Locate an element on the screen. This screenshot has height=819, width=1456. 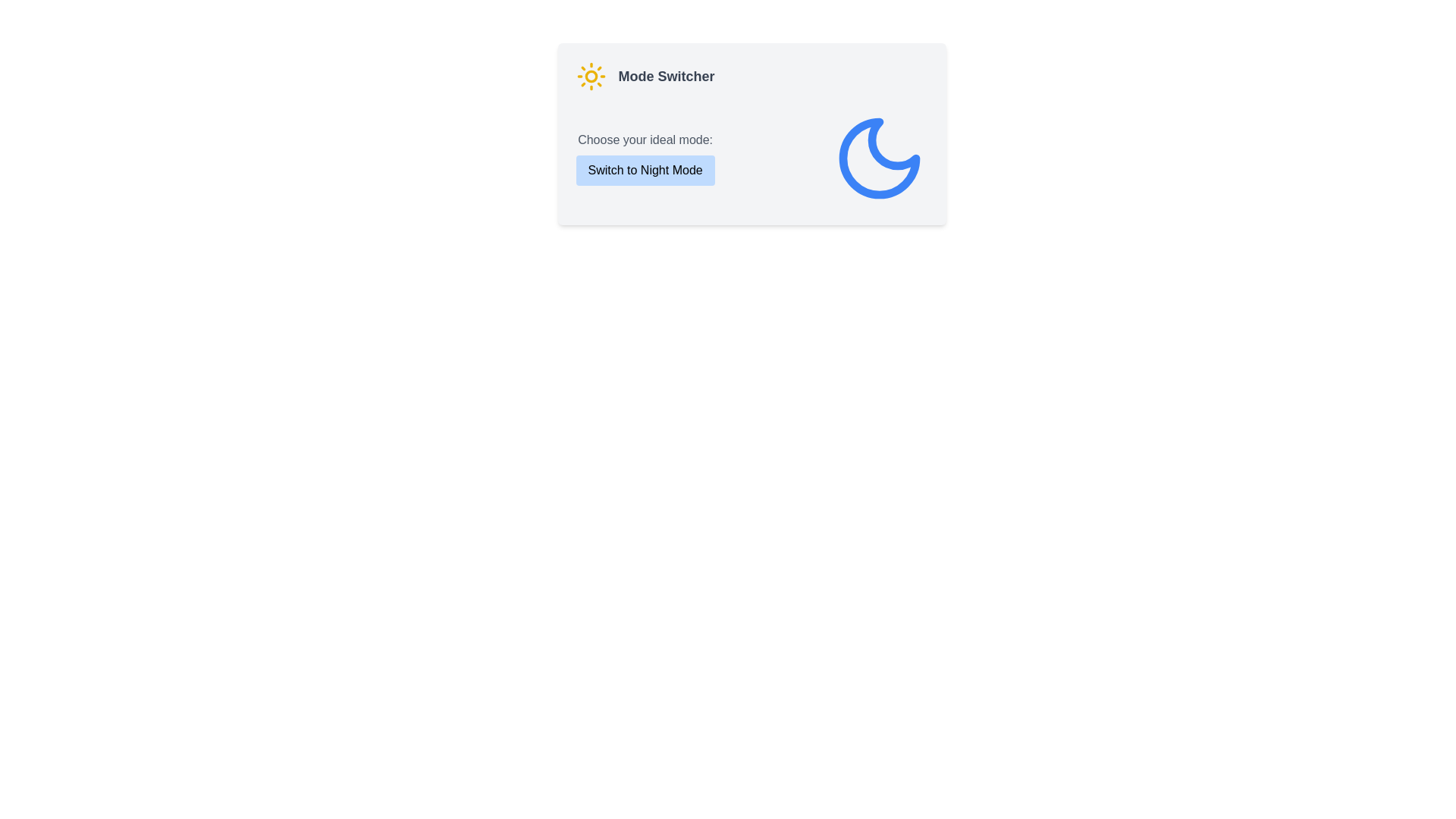
the instructional static text heading located above the 'Switch to Night Mode' button to interact with any tooltip or animations is located at coordinates (645, 140).